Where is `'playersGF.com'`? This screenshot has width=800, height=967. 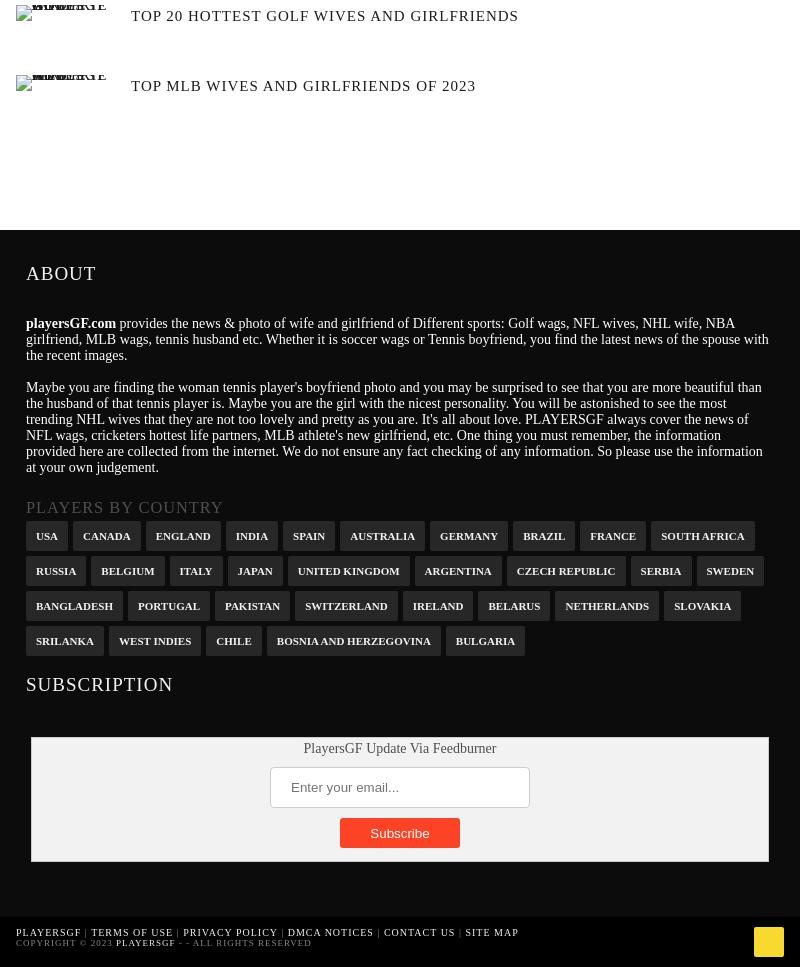 'playersGF.com' is located at coordinates (70, 323).